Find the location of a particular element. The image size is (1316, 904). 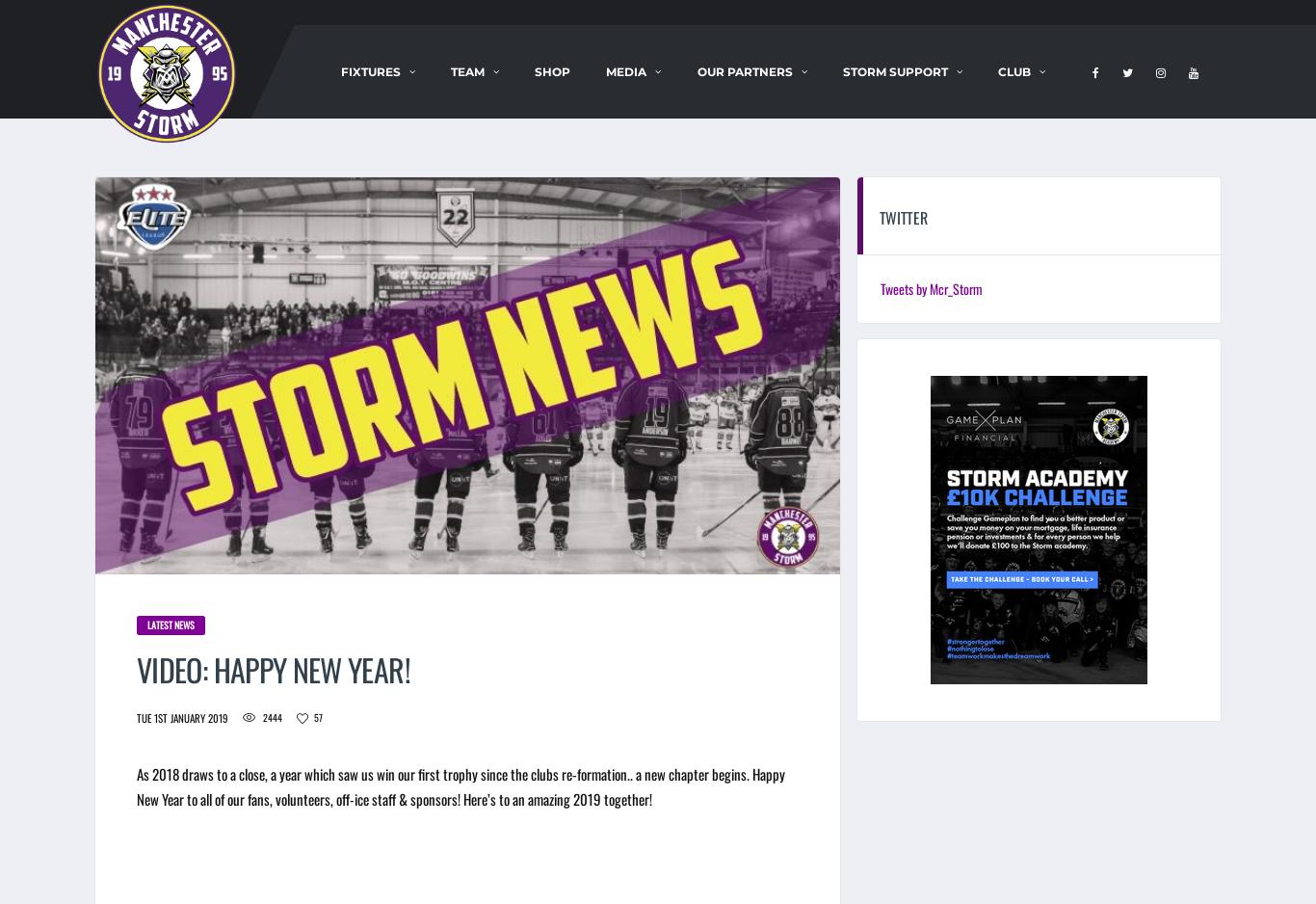

'Season Tickets' is located at coordinates (402, 132).